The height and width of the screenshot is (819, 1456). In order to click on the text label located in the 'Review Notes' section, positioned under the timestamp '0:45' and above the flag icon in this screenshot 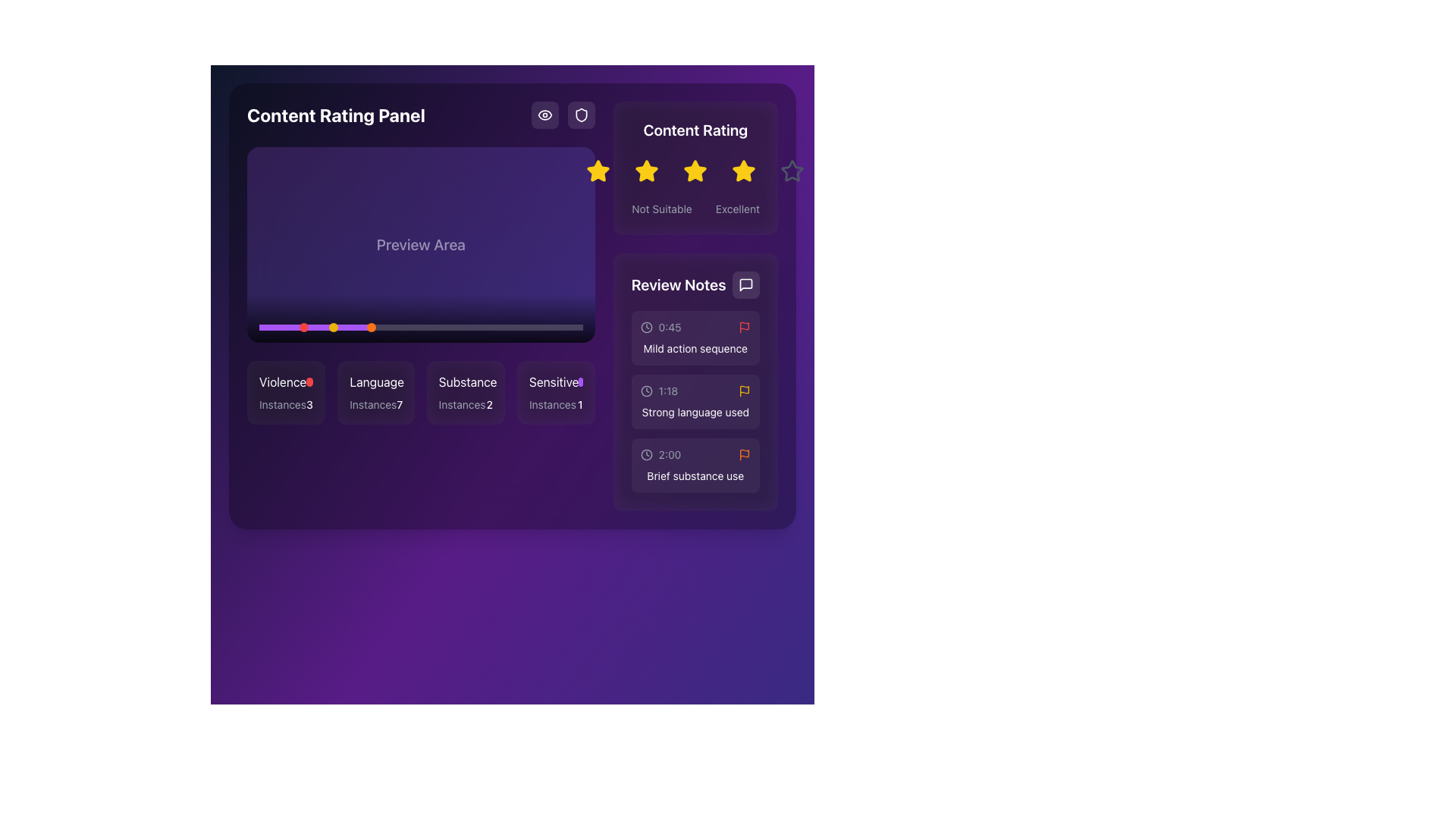, I will do `click(695, 348)`.